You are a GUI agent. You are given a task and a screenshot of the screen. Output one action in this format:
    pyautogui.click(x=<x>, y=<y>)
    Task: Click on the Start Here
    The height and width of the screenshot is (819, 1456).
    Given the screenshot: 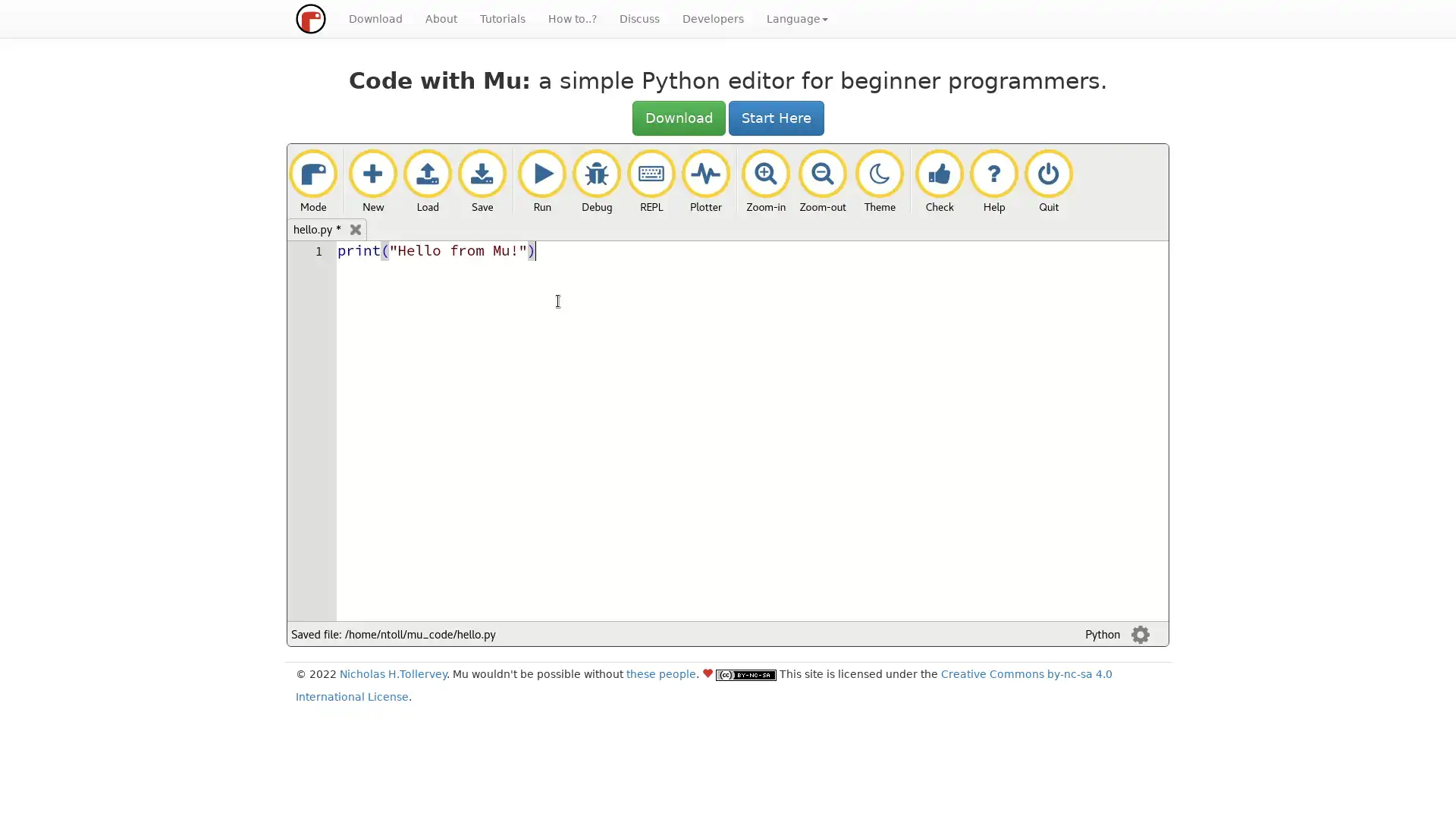 What is the action you would take?
    pyautogui.click(x=775, y=117)
    